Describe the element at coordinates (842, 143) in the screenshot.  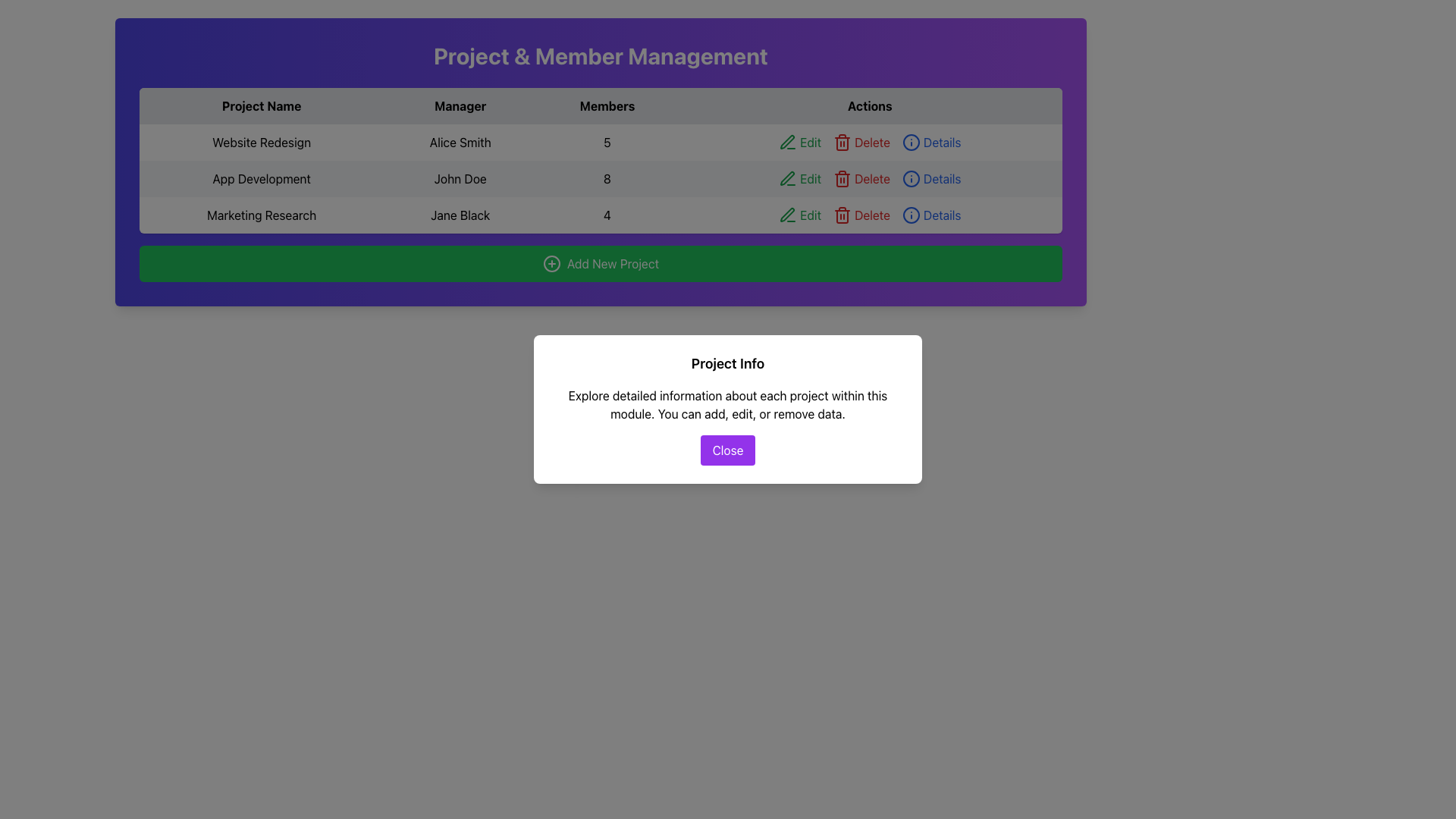
I see `the delete icon button located in the 'Actions' column of the second row in the table layout` at that location.